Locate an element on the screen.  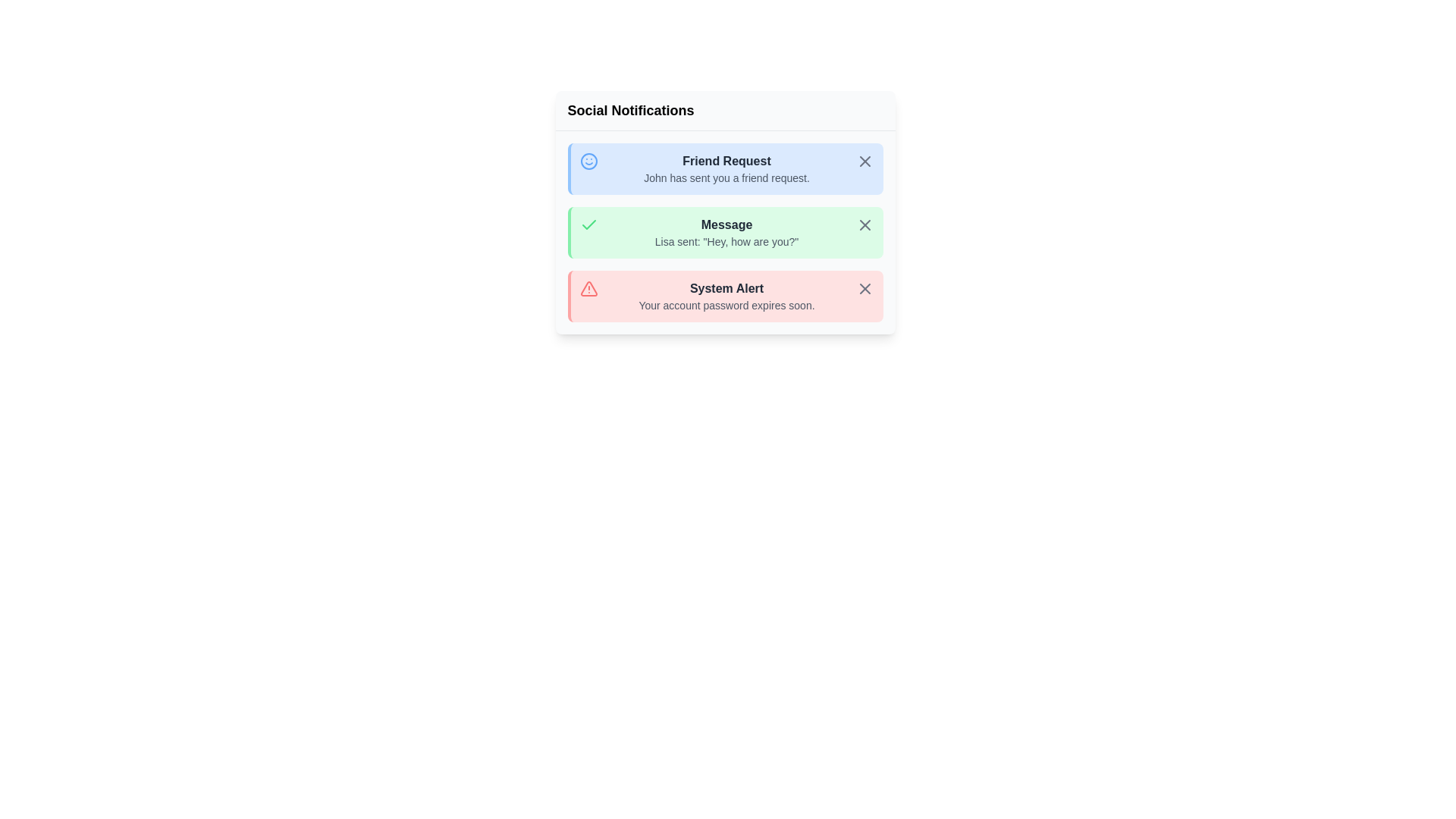
the Notification card that has a light green background with the bold text 'Message' and the smaller text 'Lisa sent: "Hey, how are you?"'. It is positioned in the second row of notifications, between 'Friend Request' and 'System Alert' is located at coordinates (724, 233).